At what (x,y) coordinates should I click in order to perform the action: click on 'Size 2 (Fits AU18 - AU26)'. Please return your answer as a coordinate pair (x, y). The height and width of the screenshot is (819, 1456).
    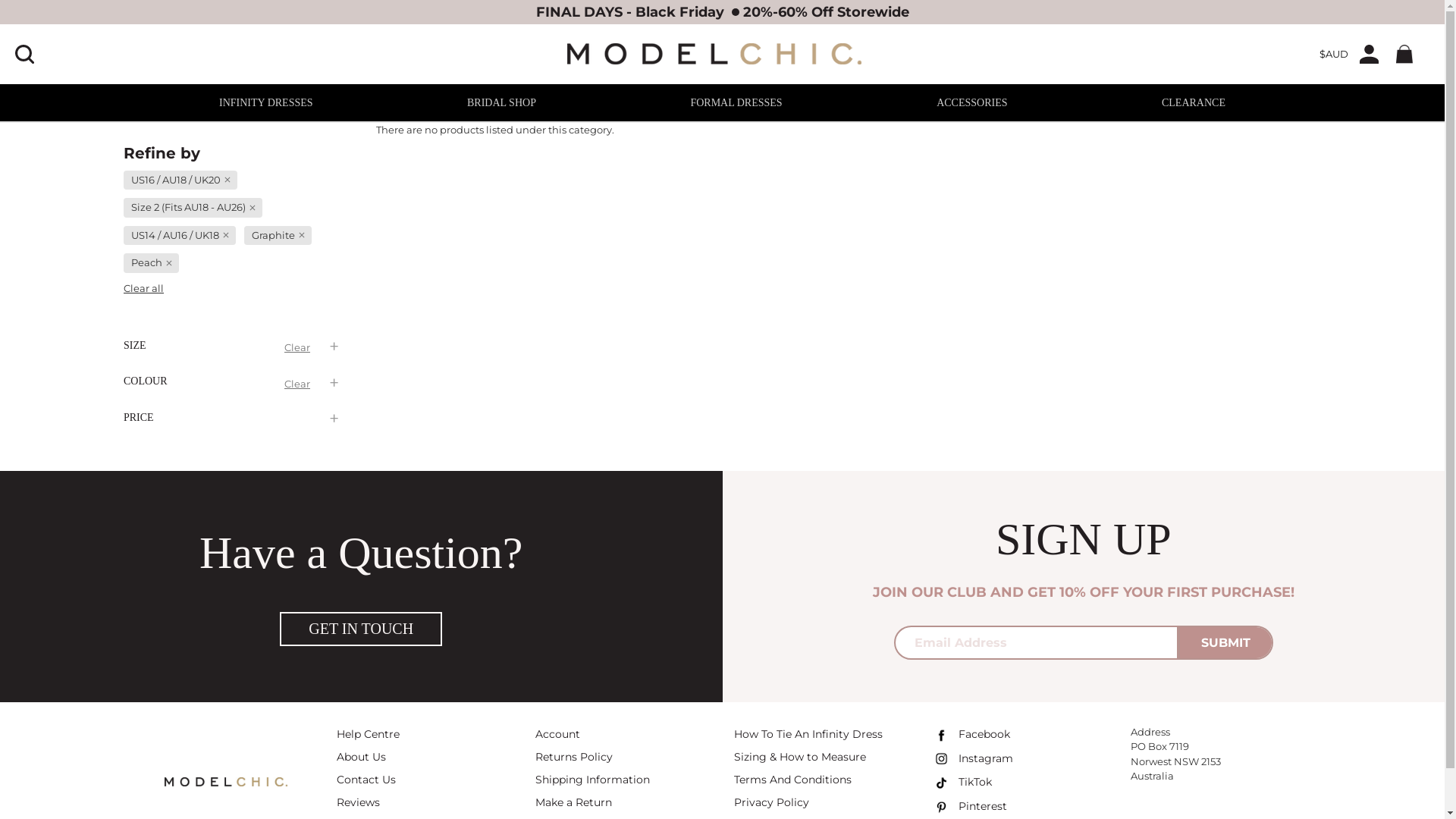
    Looking at the image, I should click on (192, 207).